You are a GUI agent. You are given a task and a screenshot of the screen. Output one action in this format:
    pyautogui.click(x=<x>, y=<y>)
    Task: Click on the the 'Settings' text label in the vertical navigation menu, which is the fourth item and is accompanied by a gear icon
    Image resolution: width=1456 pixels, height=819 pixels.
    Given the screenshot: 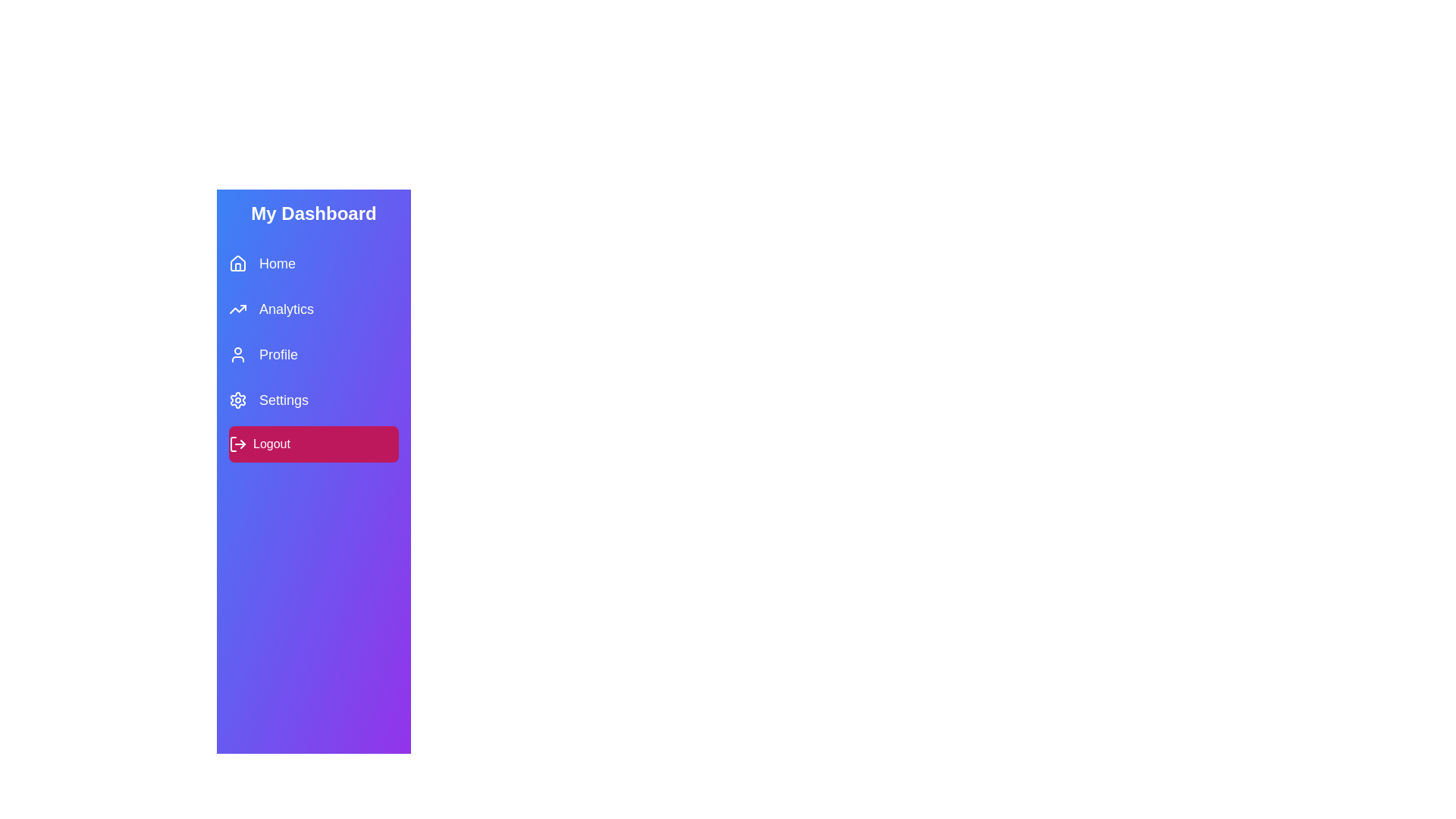 What is the action you would take?
    pyautogui.click(x=284, y=400)
    